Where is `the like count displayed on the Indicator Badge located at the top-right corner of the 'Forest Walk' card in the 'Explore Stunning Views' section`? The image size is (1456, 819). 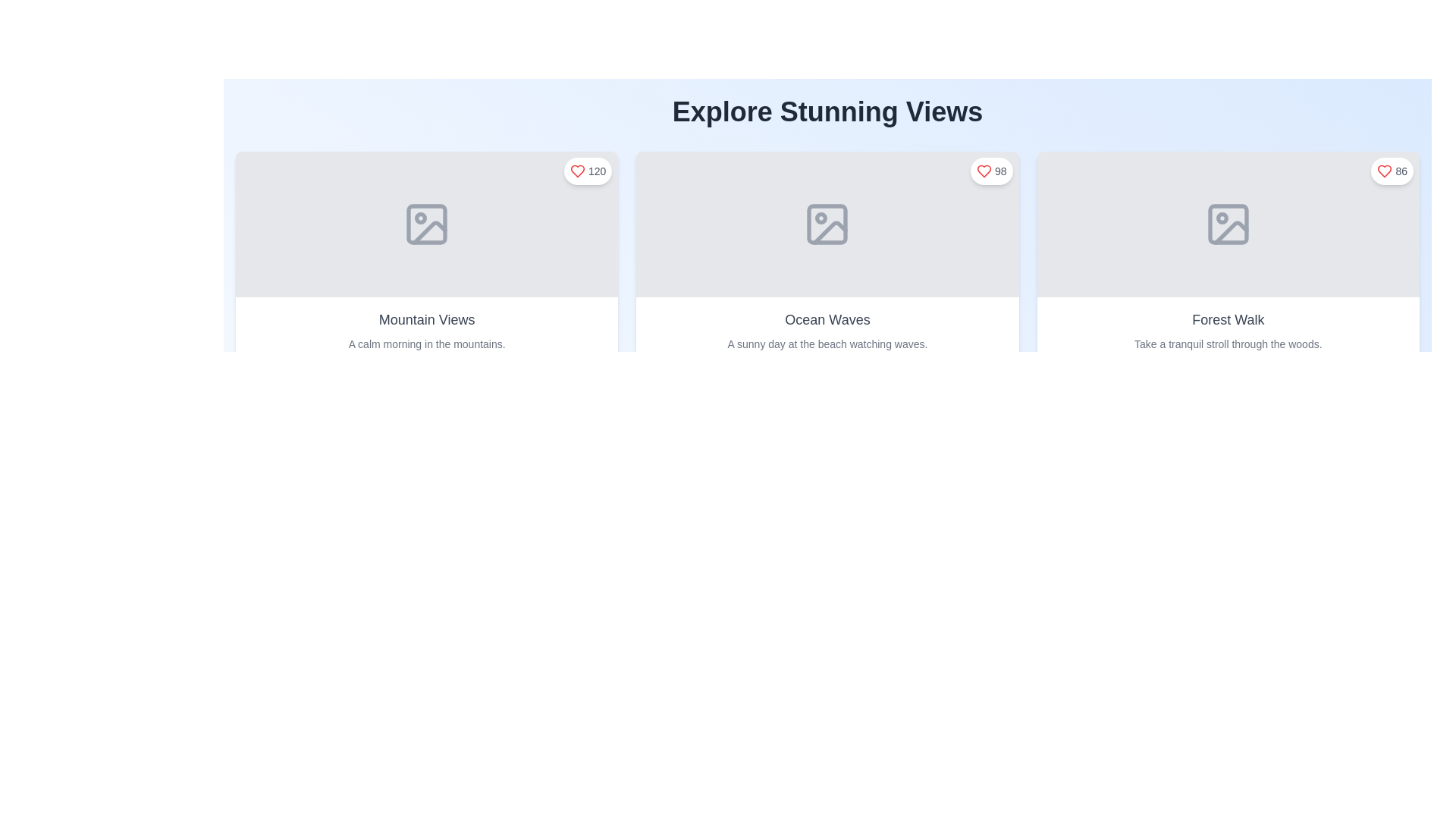
the like count displayed on the Indicator Badge located at the top-right corner of the 'Forest Walk' card in the 'Explore Stunning Views' section is located at coordinates (1392, 171).